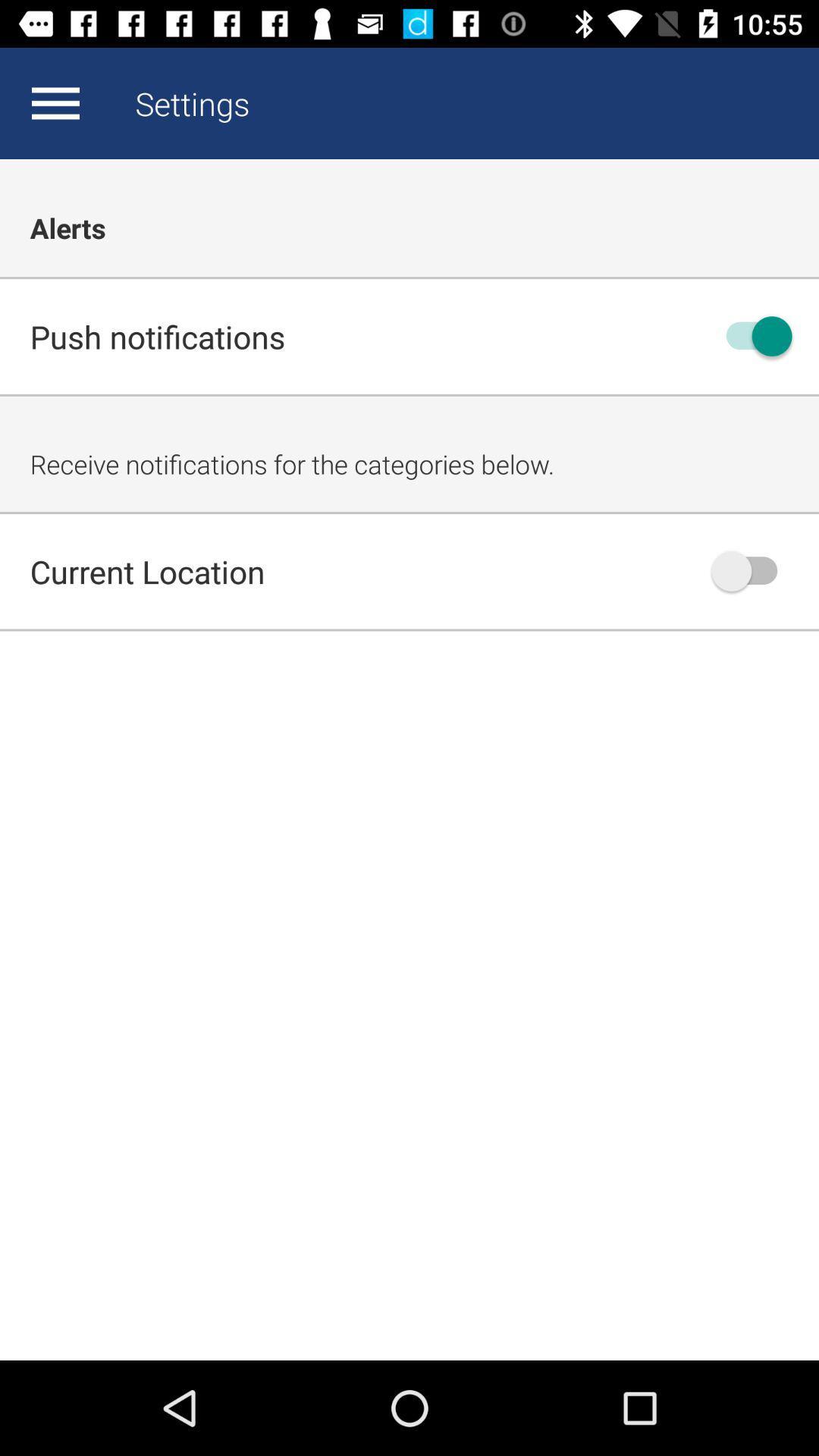 The width and height of the screenshot is (819, 1456). Describe the element at coordinates (752, 570) in the screenshot. I see `current location notifications` at that location.